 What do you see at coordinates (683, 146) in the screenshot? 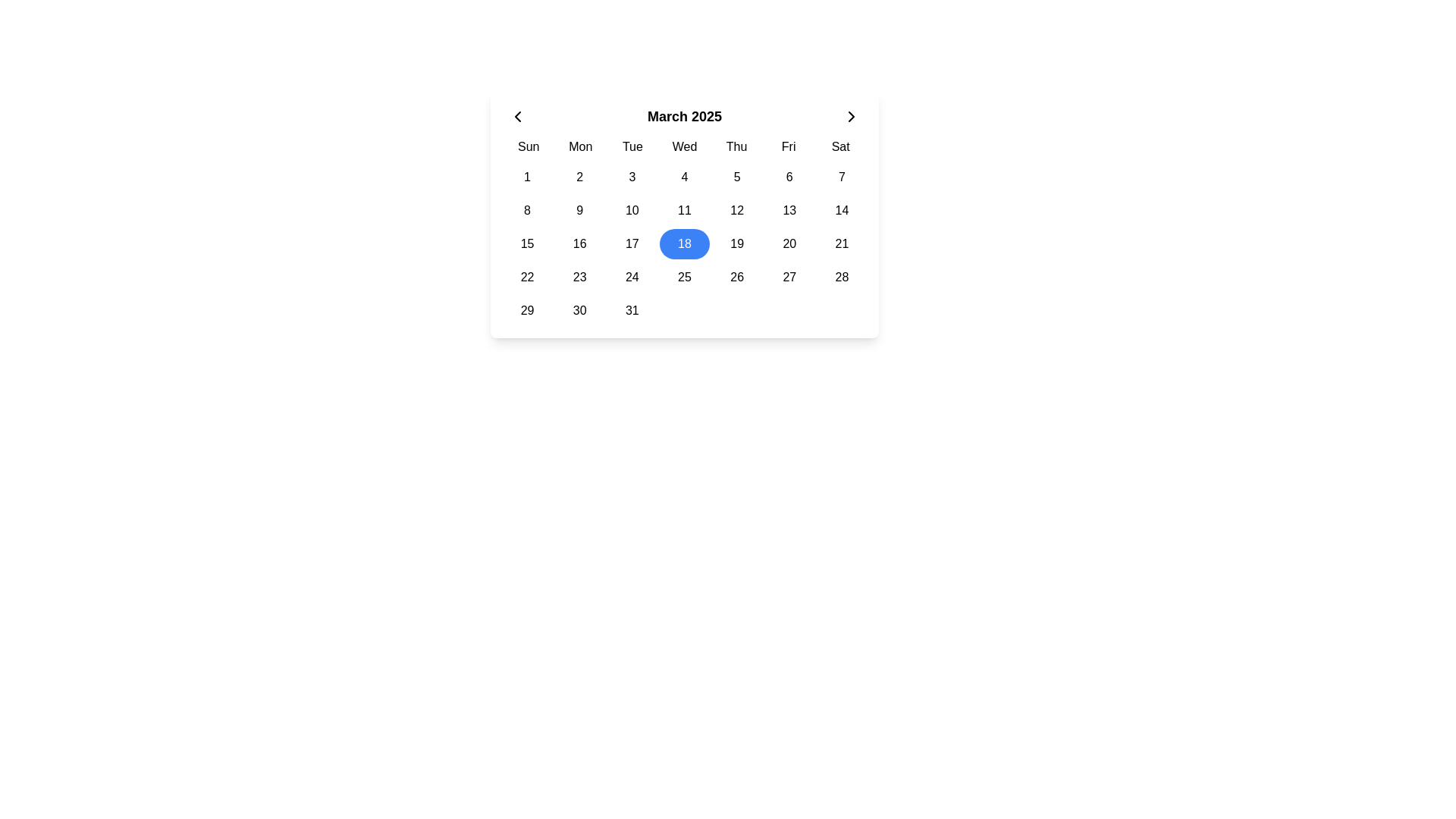
I see `the Text label displaying 'Wed', which is centrally aligned in a bold font and positioned in the middle of the week header, between 'Tue' and 'Thu'` at bounding box center [683, 146].